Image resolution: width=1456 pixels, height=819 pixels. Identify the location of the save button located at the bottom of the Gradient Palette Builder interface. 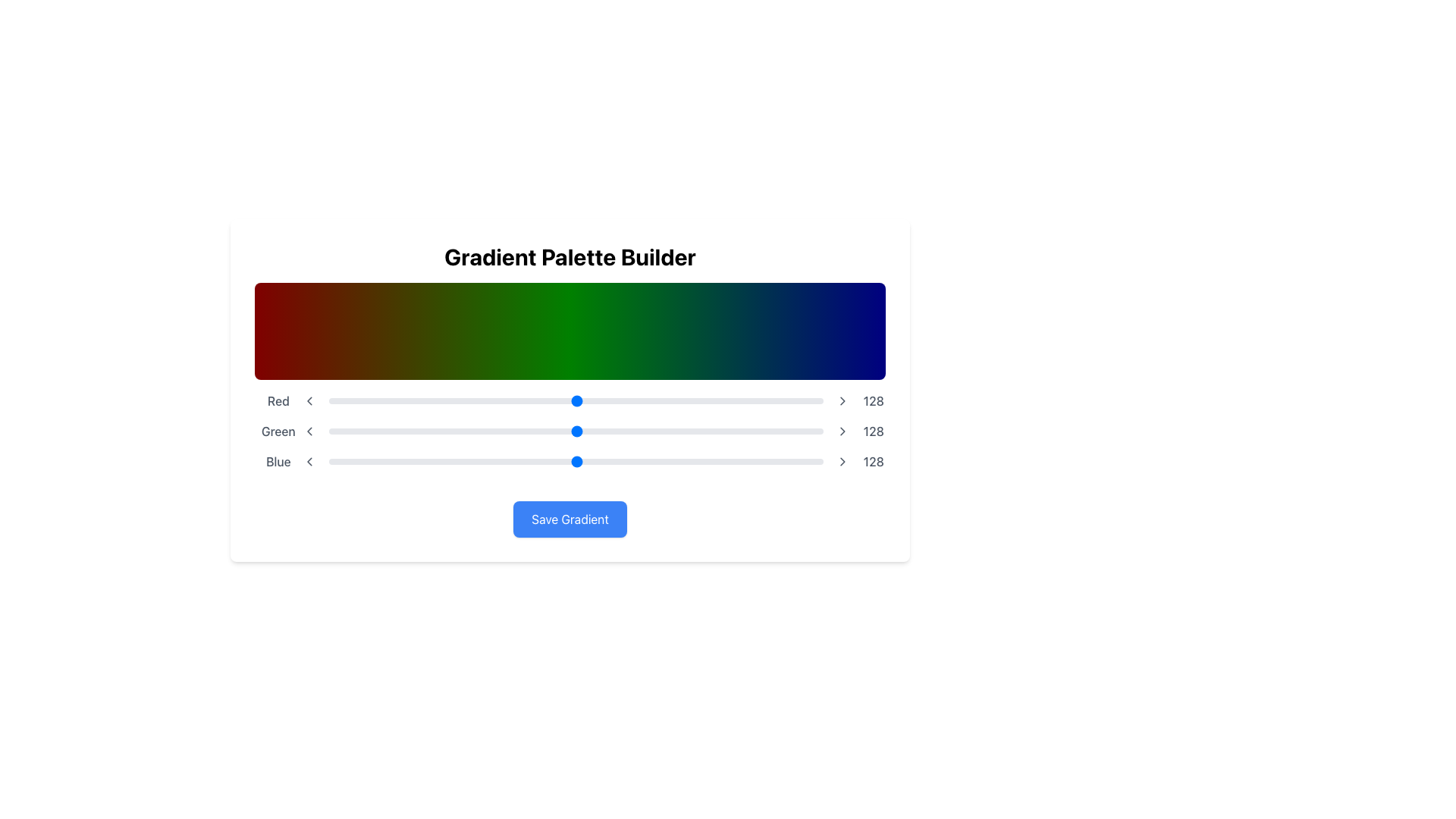
(570, 519).